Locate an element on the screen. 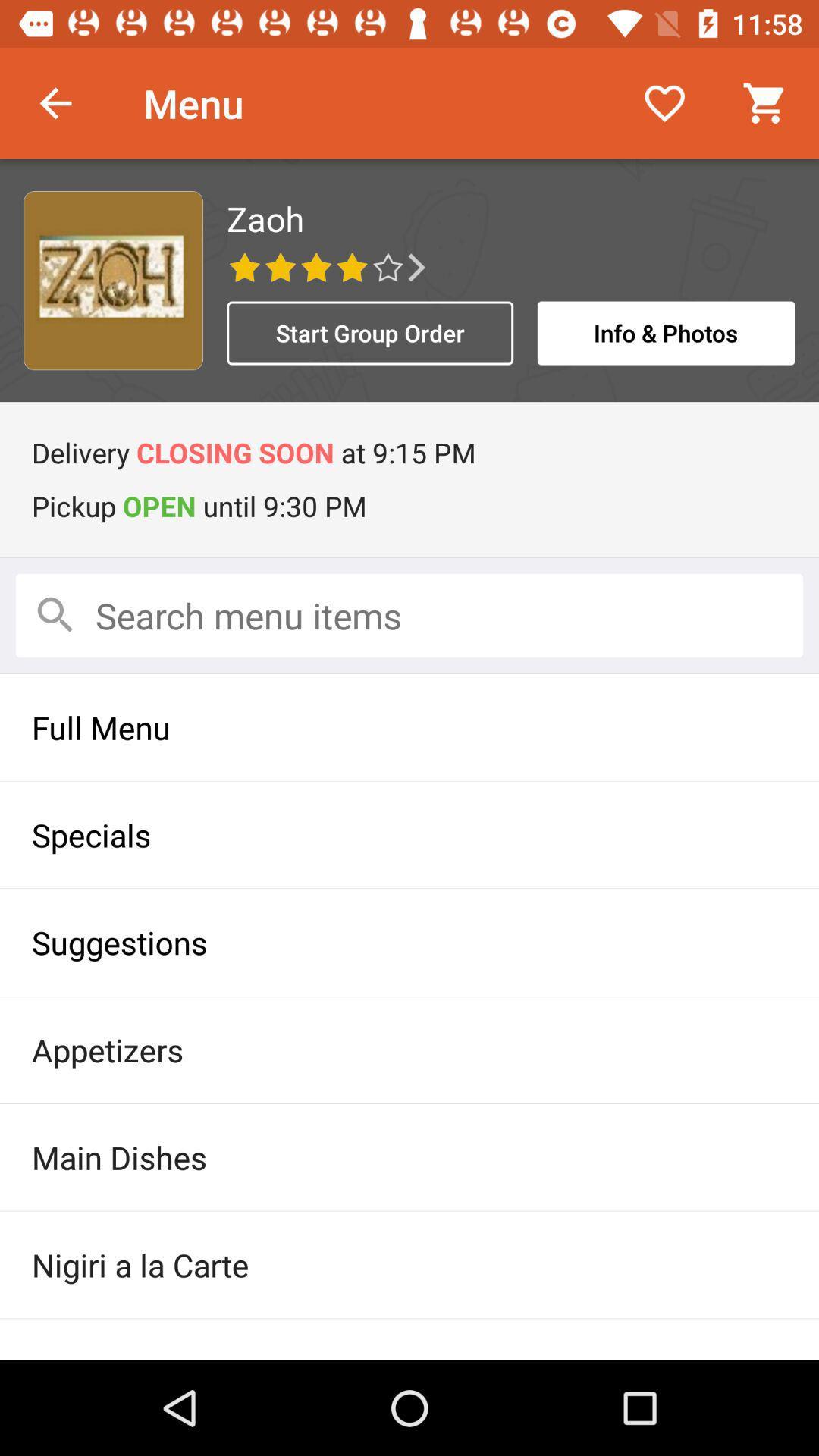 Image resolution: width=819 pixels, height=1456 pixels. the appetizers icon is located at coordinates (409, 1049).